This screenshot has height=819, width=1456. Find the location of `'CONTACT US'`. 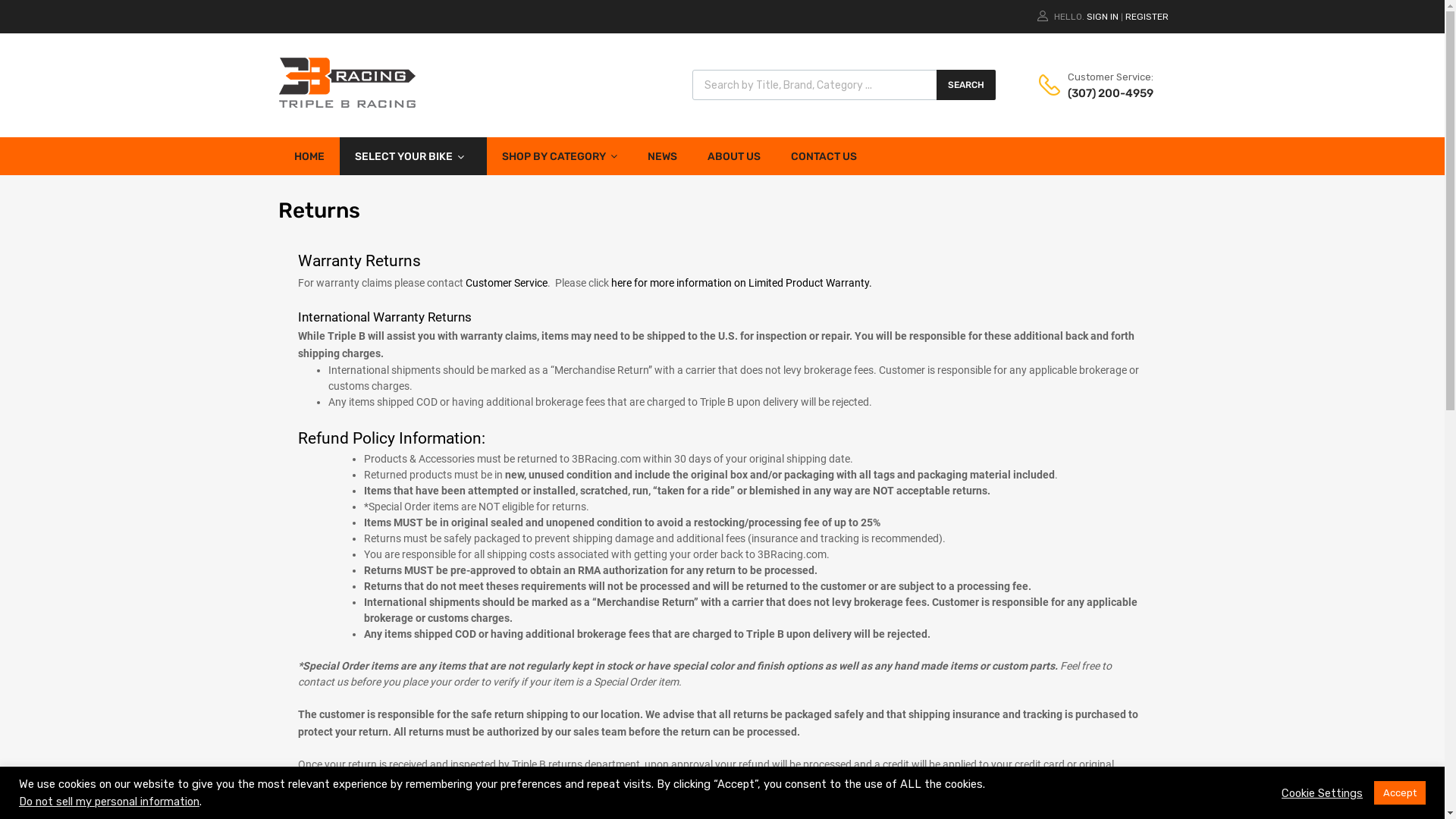

'CONTACT US' is located at coordinates (822, 155).